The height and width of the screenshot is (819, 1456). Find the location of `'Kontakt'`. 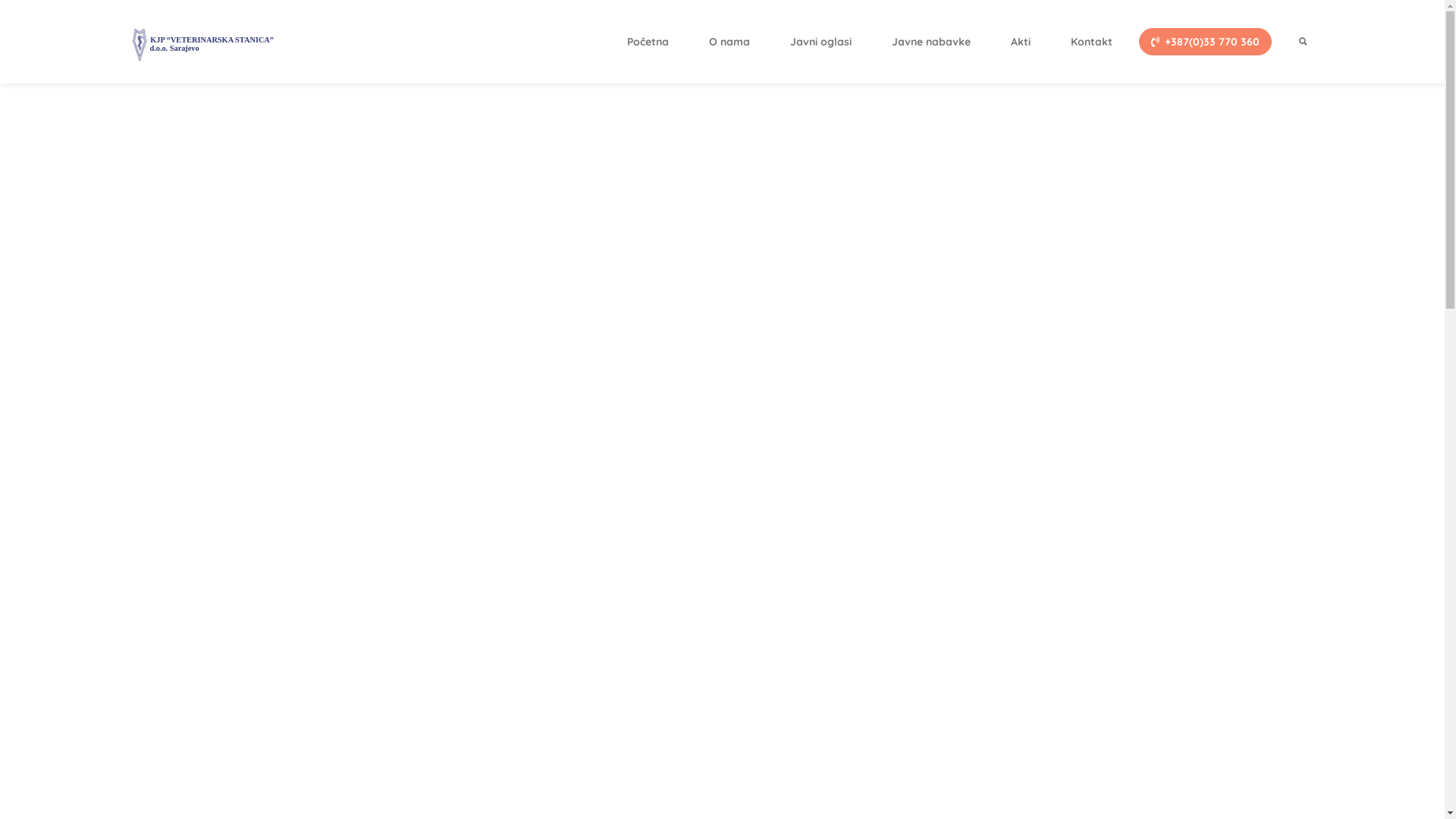

'Kontakt' is located at coordinates (1090, 40).